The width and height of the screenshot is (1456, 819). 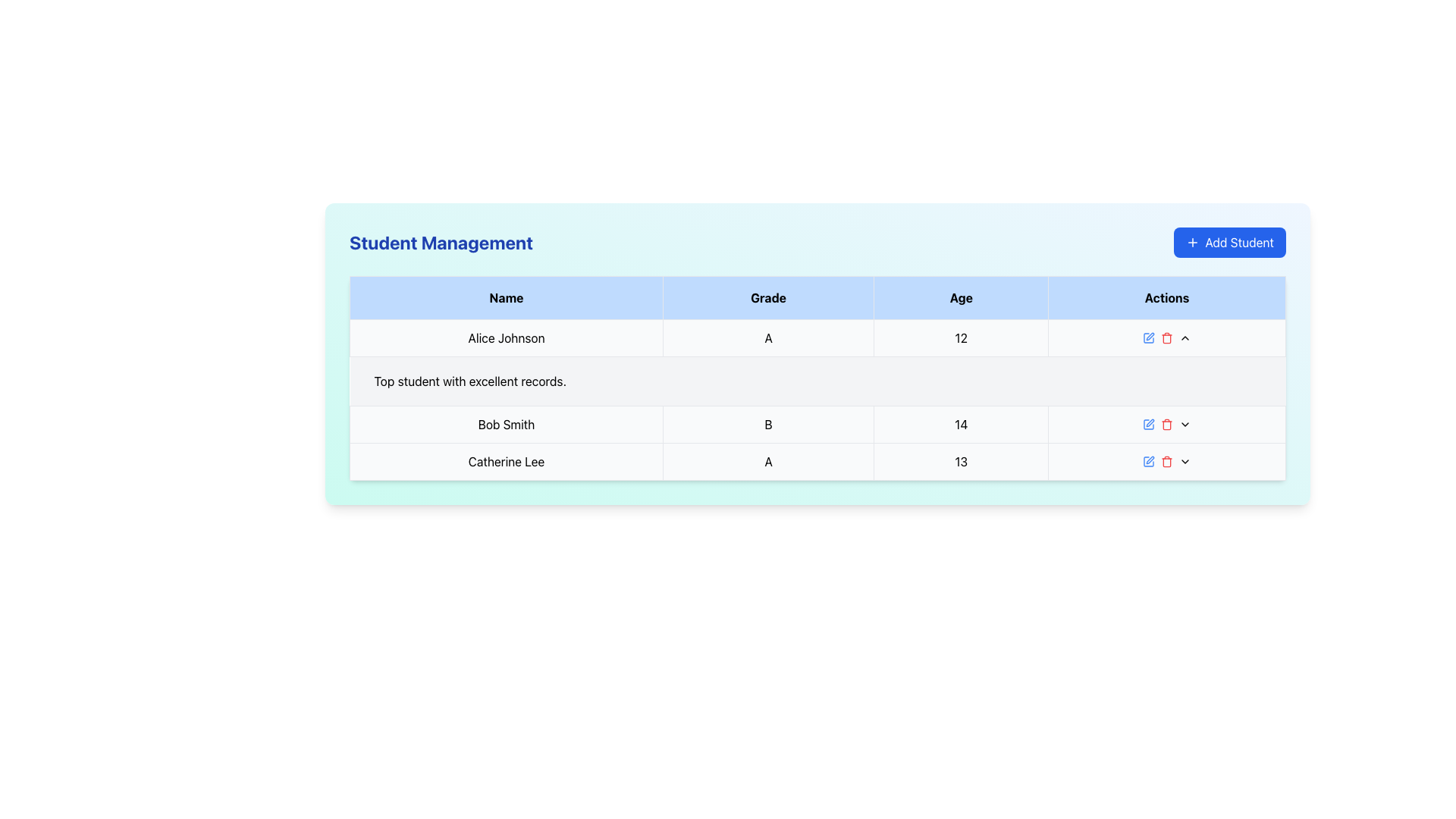 I want to click on displayed information from the table row containing the student's details for 'Bob Smith', including their grade and age, so click(x=817, y=424).